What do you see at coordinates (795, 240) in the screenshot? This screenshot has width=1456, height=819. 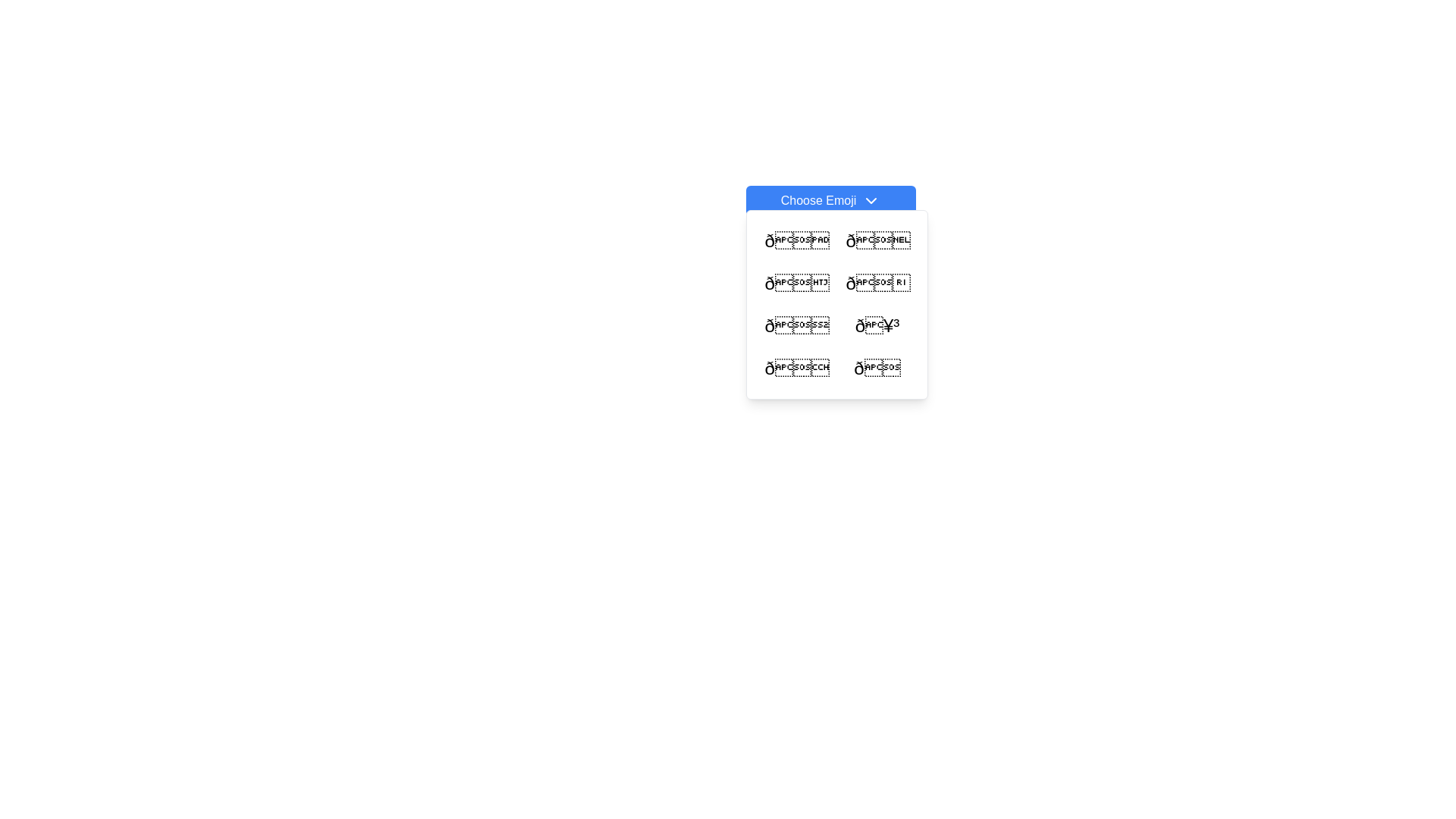 I see `the Emoji selector, which is the first item in a 2-column grid layout` at bounding box center [795, 240].